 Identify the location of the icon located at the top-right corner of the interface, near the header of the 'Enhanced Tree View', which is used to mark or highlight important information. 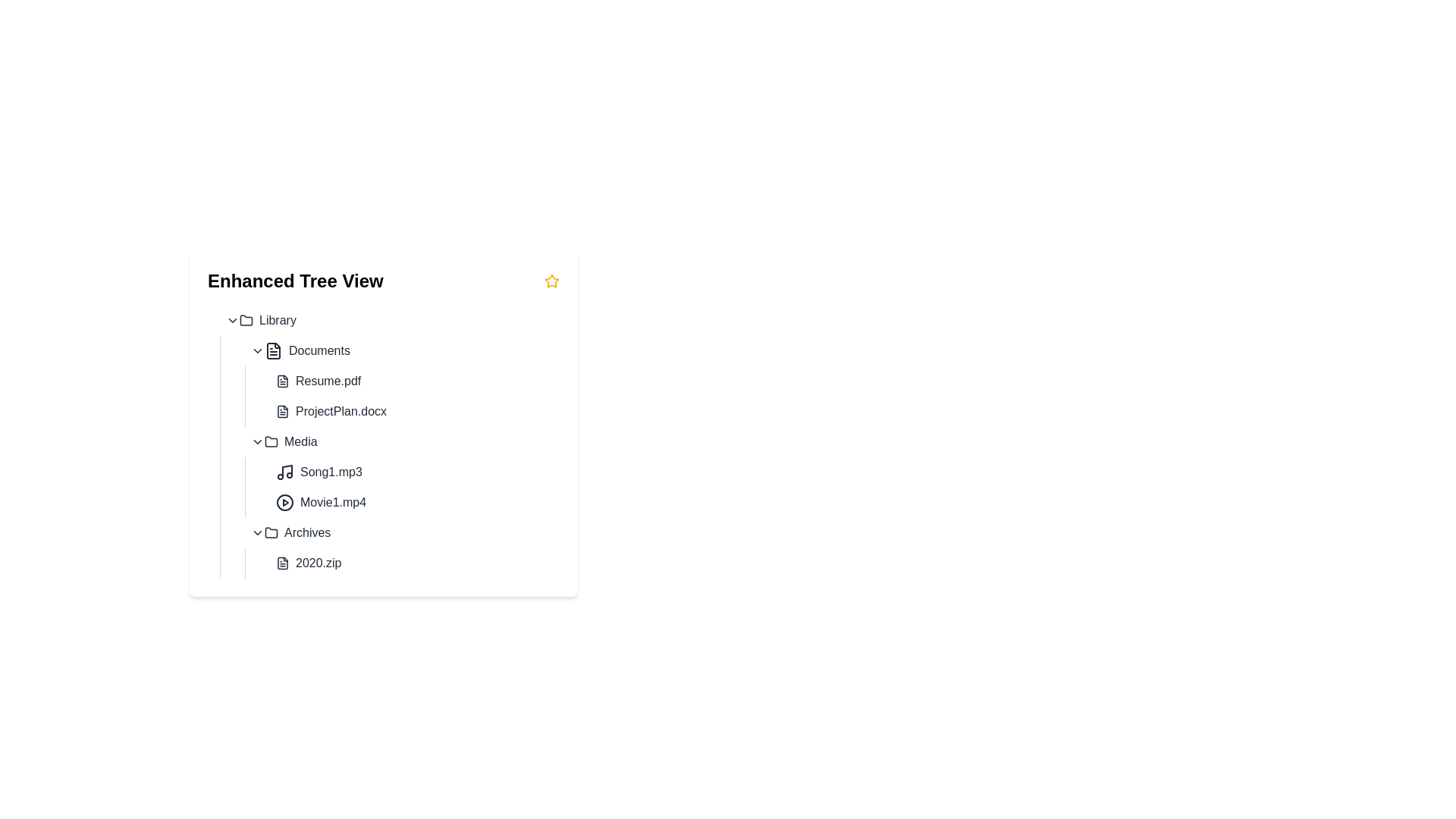
(551, 281).